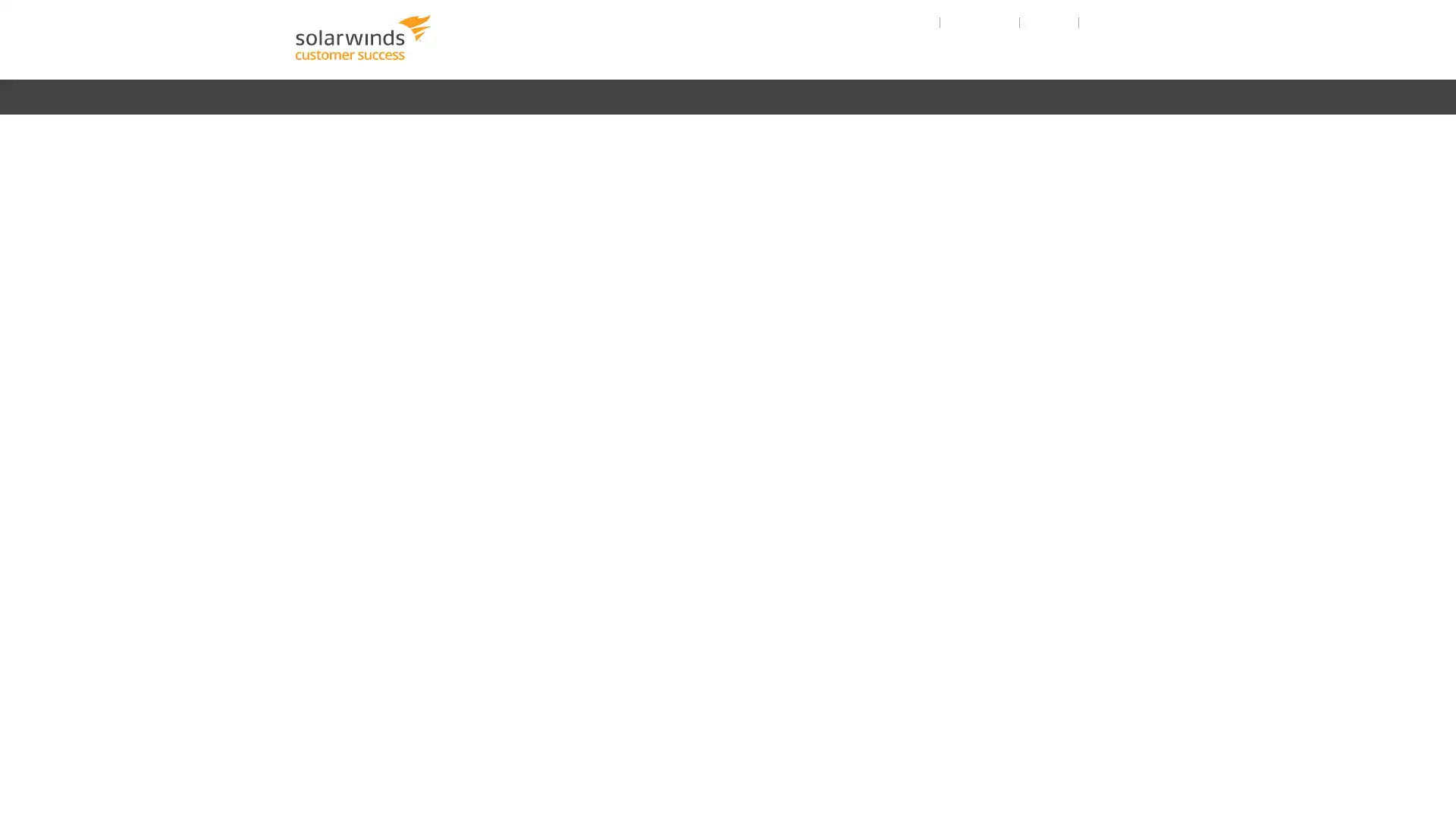 The image size is (1456, 819). Describe the element at coordinates (836, 274) in the screenshot. I see `RELEASE NOTES` at that location.